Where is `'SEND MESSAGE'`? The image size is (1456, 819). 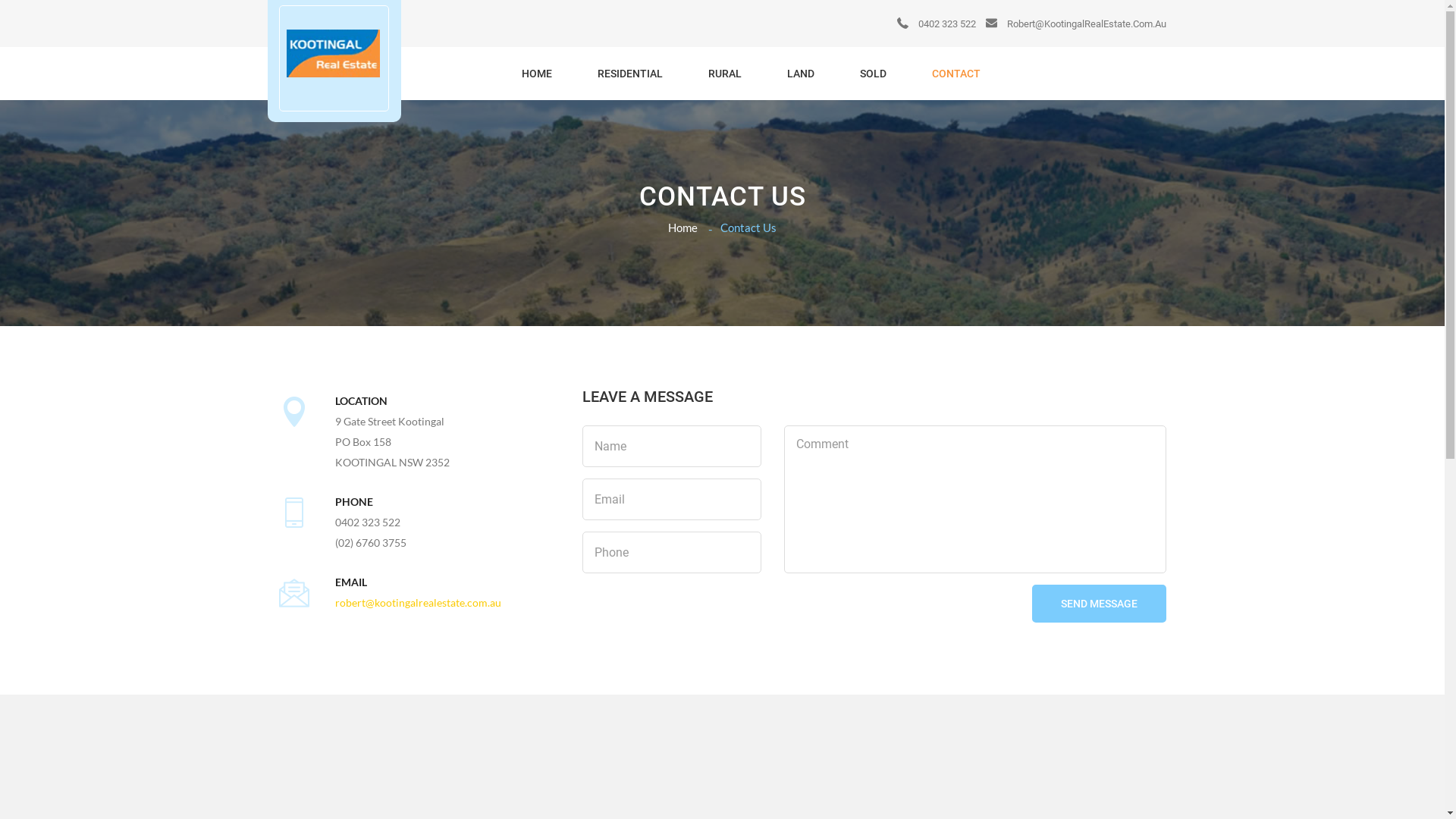 'SEND MESSAGE' is located at coordinates (1098, 602).